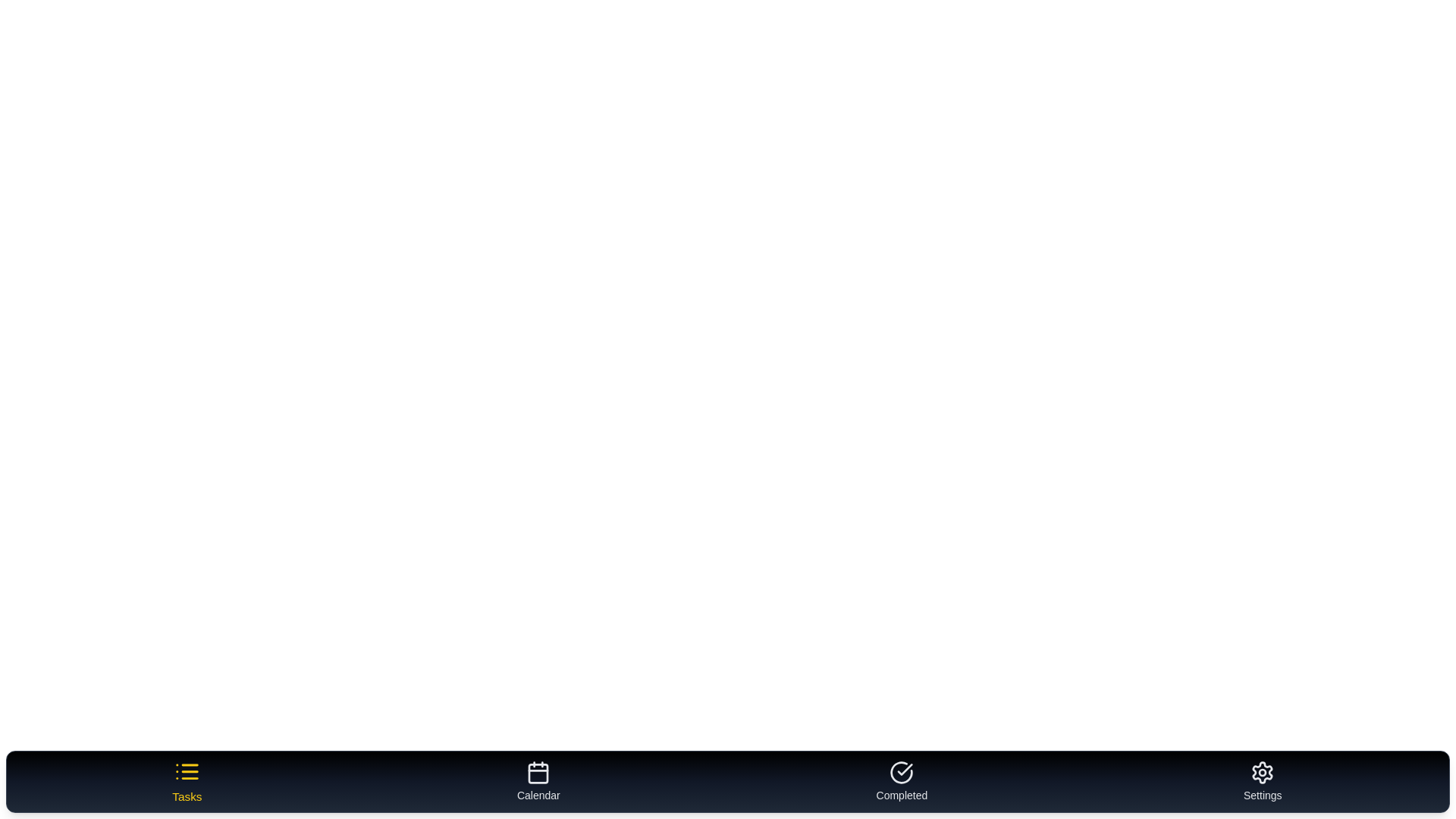  What do you see at coordinates (902, 781) in the screenshot?
I see `the tab labeled 'Completed' to preview its behavior` at bounding box center [902, 781].